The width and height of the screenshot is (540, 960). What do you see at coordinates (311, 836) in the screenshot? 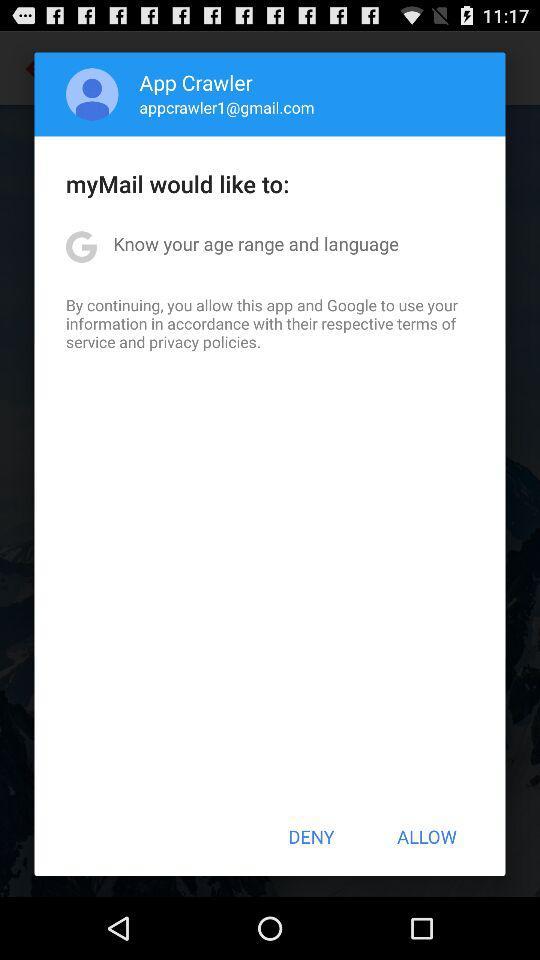
I see `icon to the left of the allow icon` at bounding box center [311, 836].